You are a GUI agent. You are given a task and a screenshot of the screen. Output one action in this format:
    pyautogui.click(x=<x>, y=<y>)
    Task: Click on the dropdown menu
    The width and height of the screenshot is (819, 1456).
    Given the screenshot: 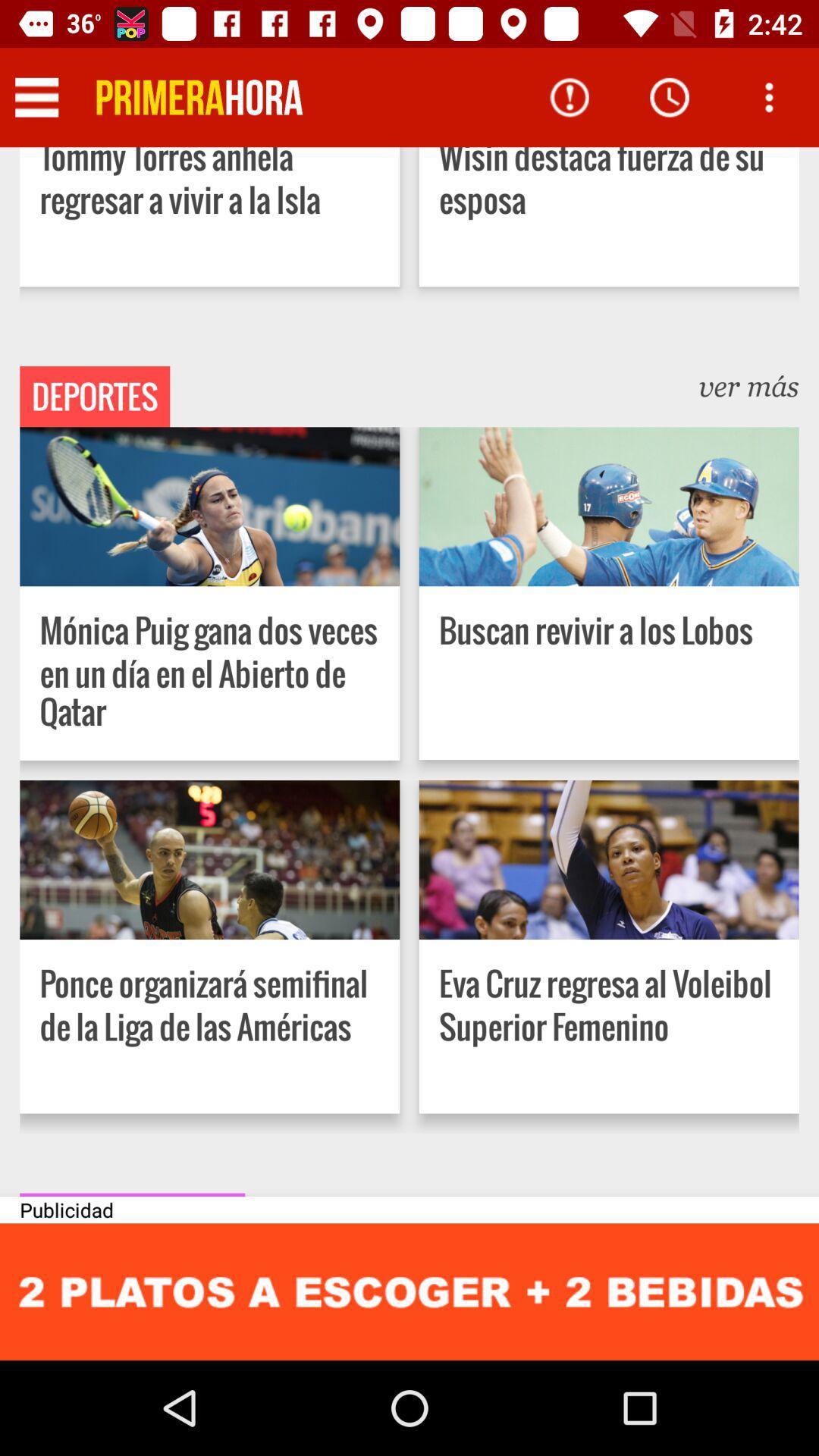 What is the action you would take?
    pyautogui.click(x=36, y=96)
    